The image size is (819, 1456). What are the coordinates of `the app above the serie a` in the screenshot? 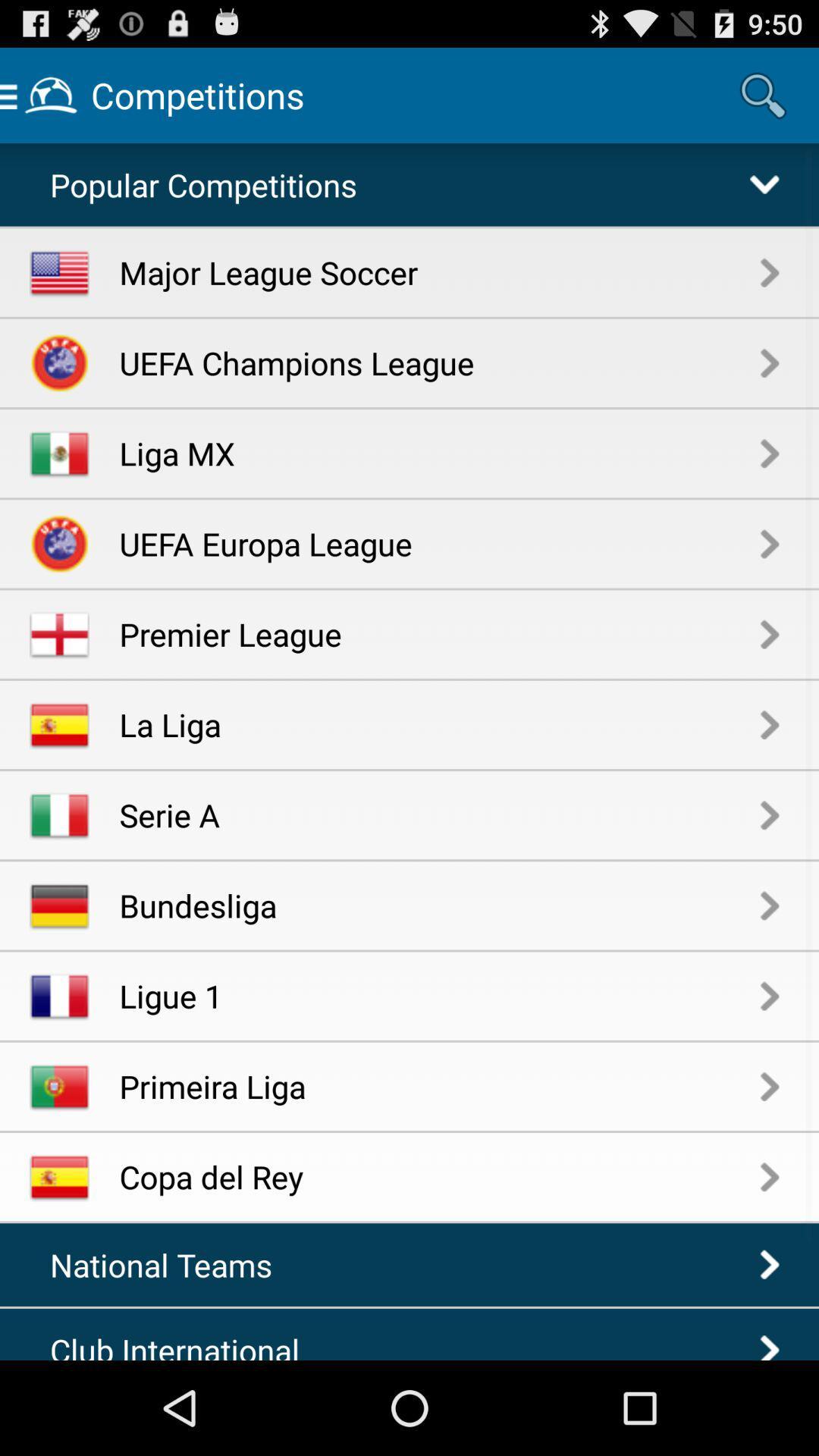 It's located at (440, 723).